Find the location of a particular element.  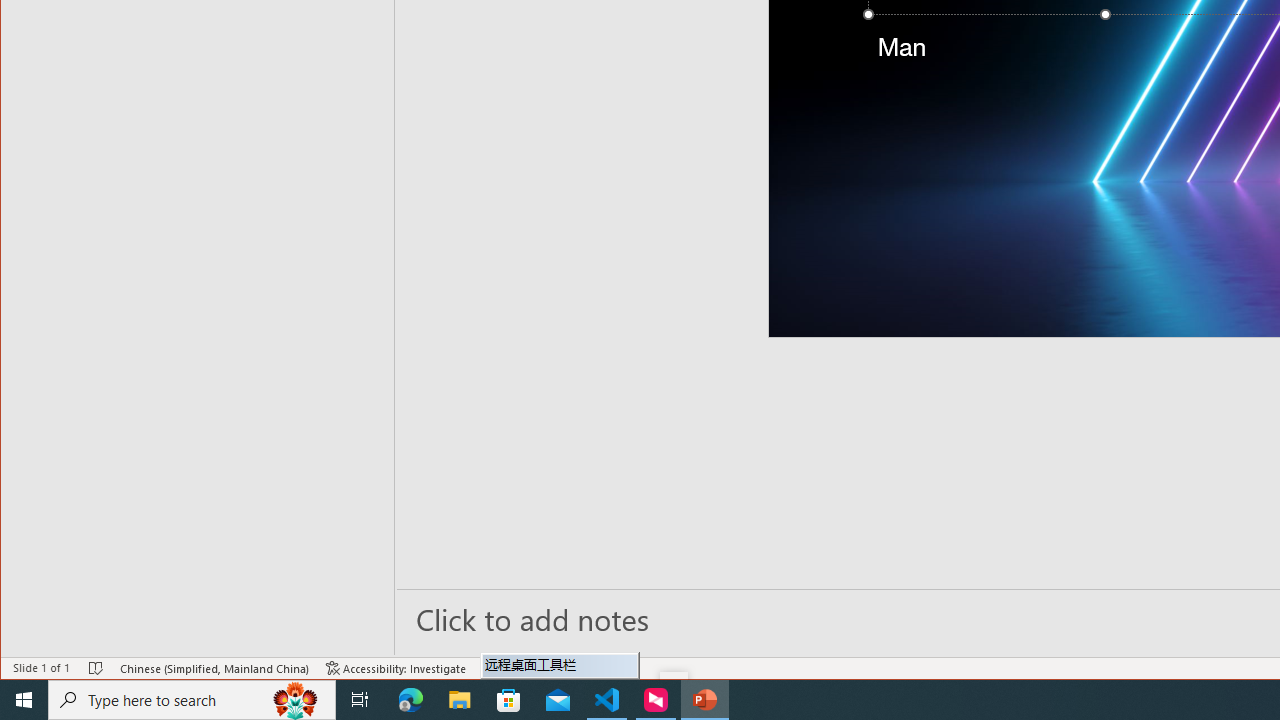

'Microsoft Store' is located at coordinates (509, 698).